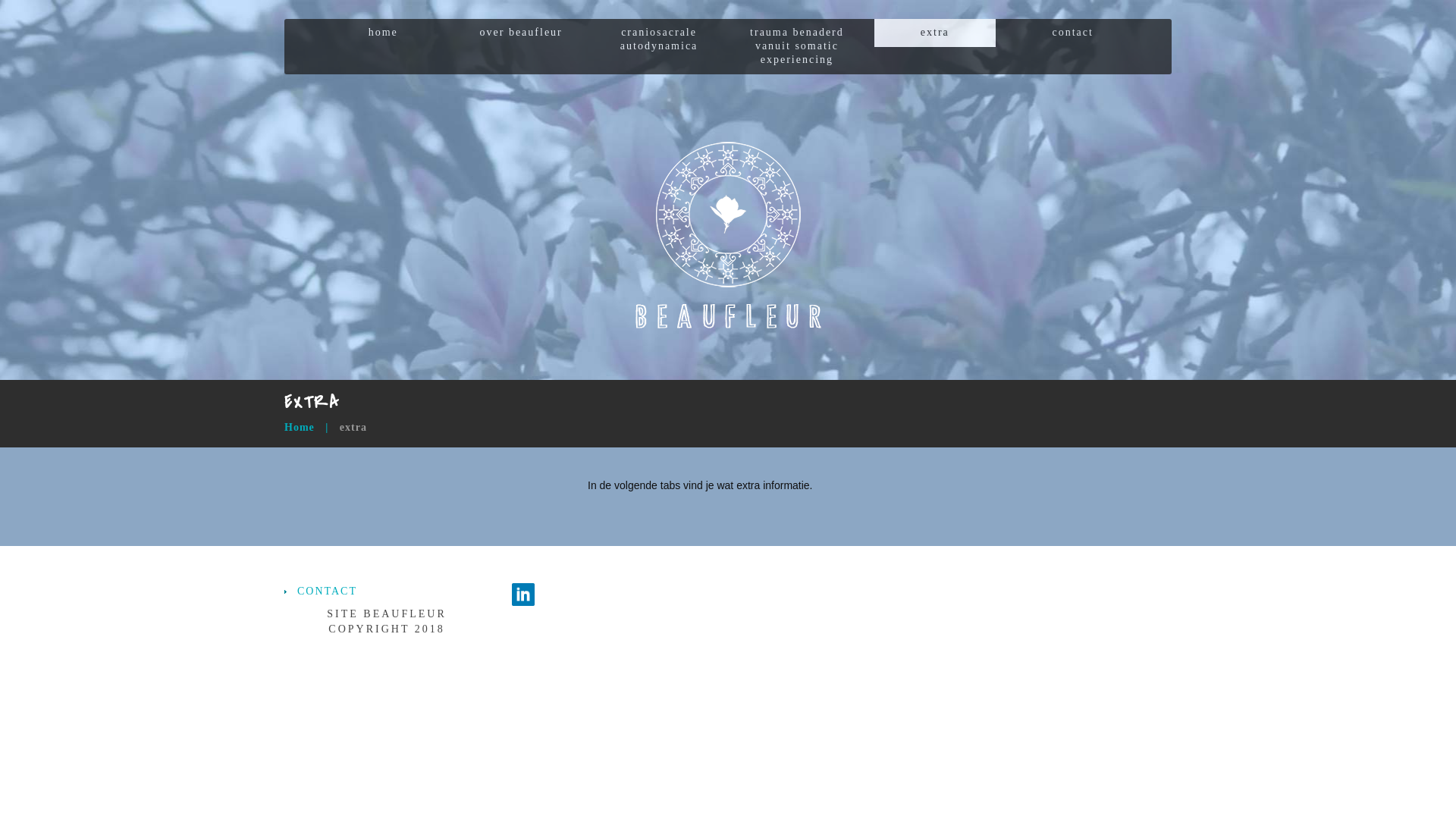 The width and height of the screenshot is (1456, 819). What do you see at coordinates (520, 33) in the screenshot?
I see `'over beaufleur'` at bounding box center [520, 33].